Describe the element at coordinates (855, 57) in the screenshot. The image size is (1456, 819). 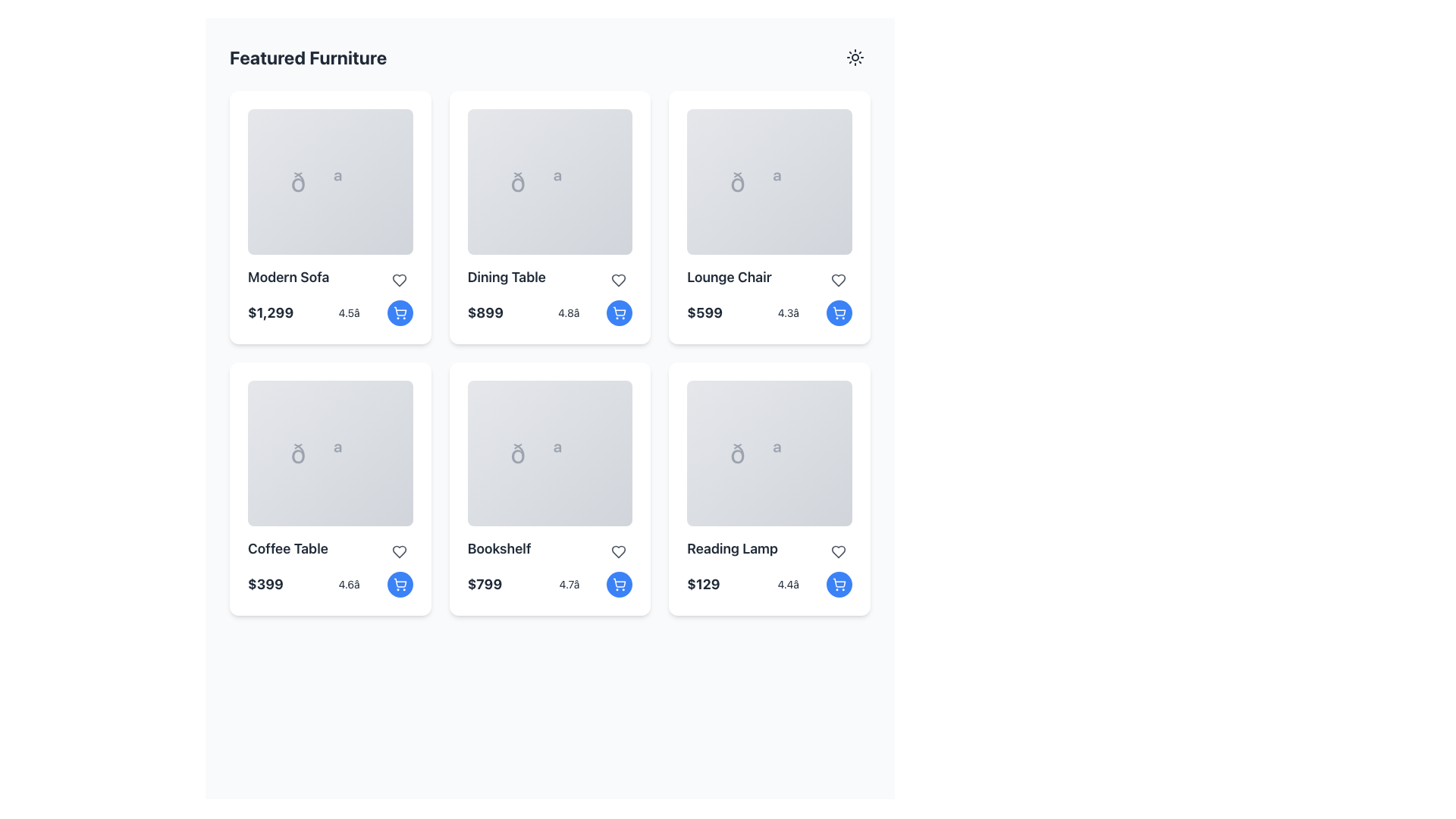
I see `the stylized sun icon in the top-right corner of the interface` at that location.